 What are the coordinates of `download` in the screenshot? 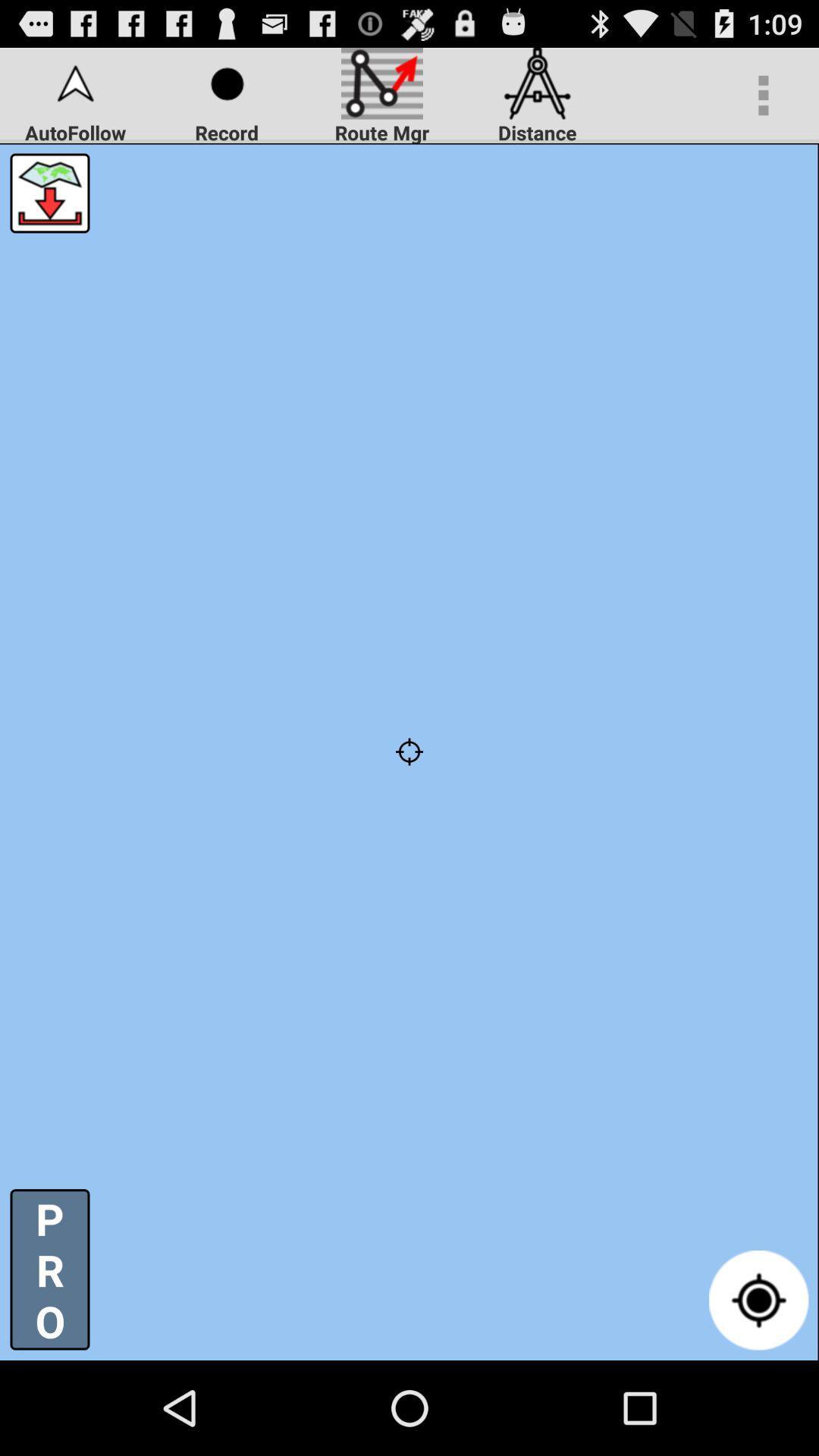 It's located at (49, 192).